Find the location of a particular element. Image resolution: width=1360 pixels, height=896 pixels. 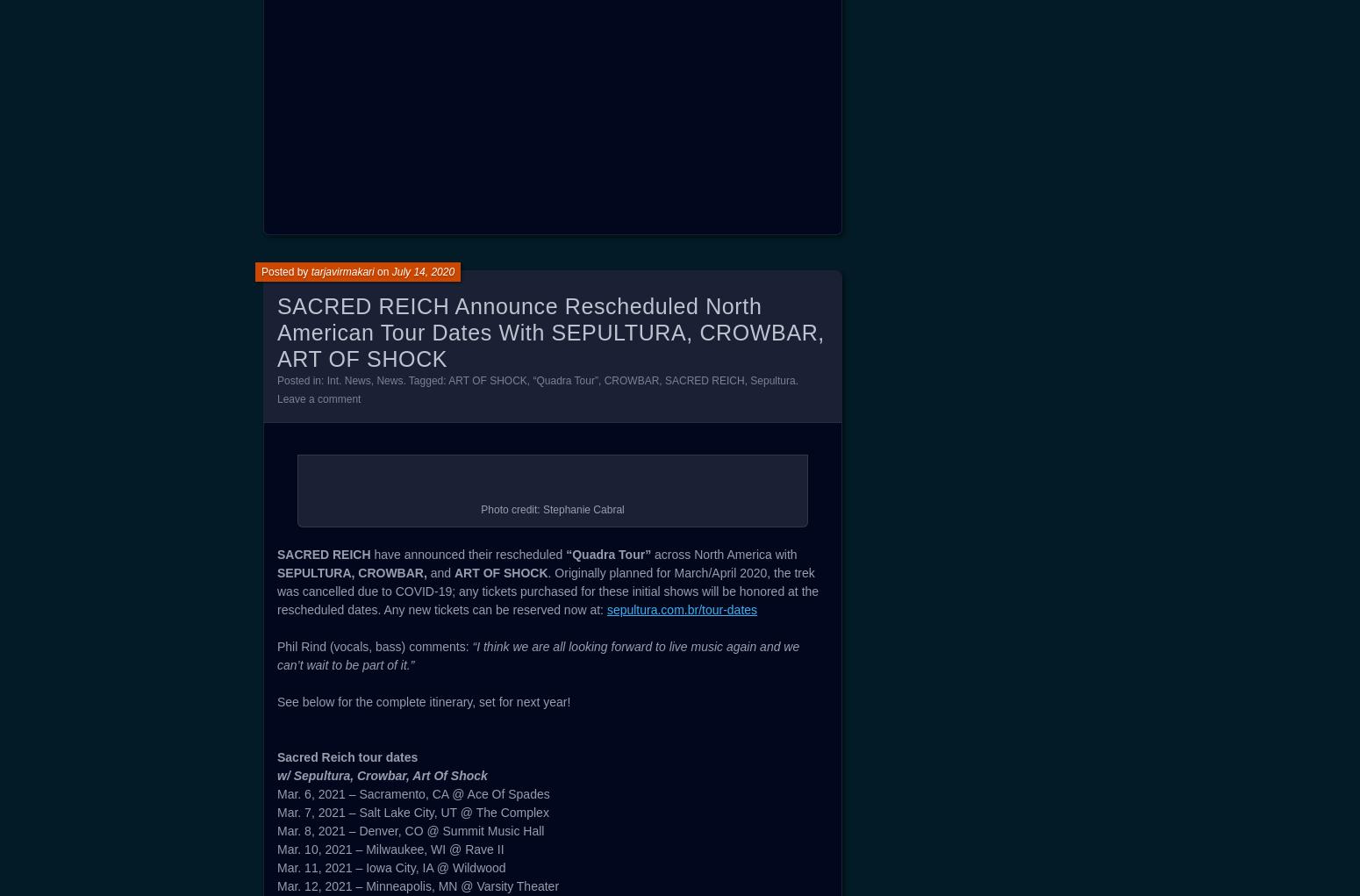

'7. Another Breath (ft. Kirk Windstein)' is located at coordinates (376, 81).